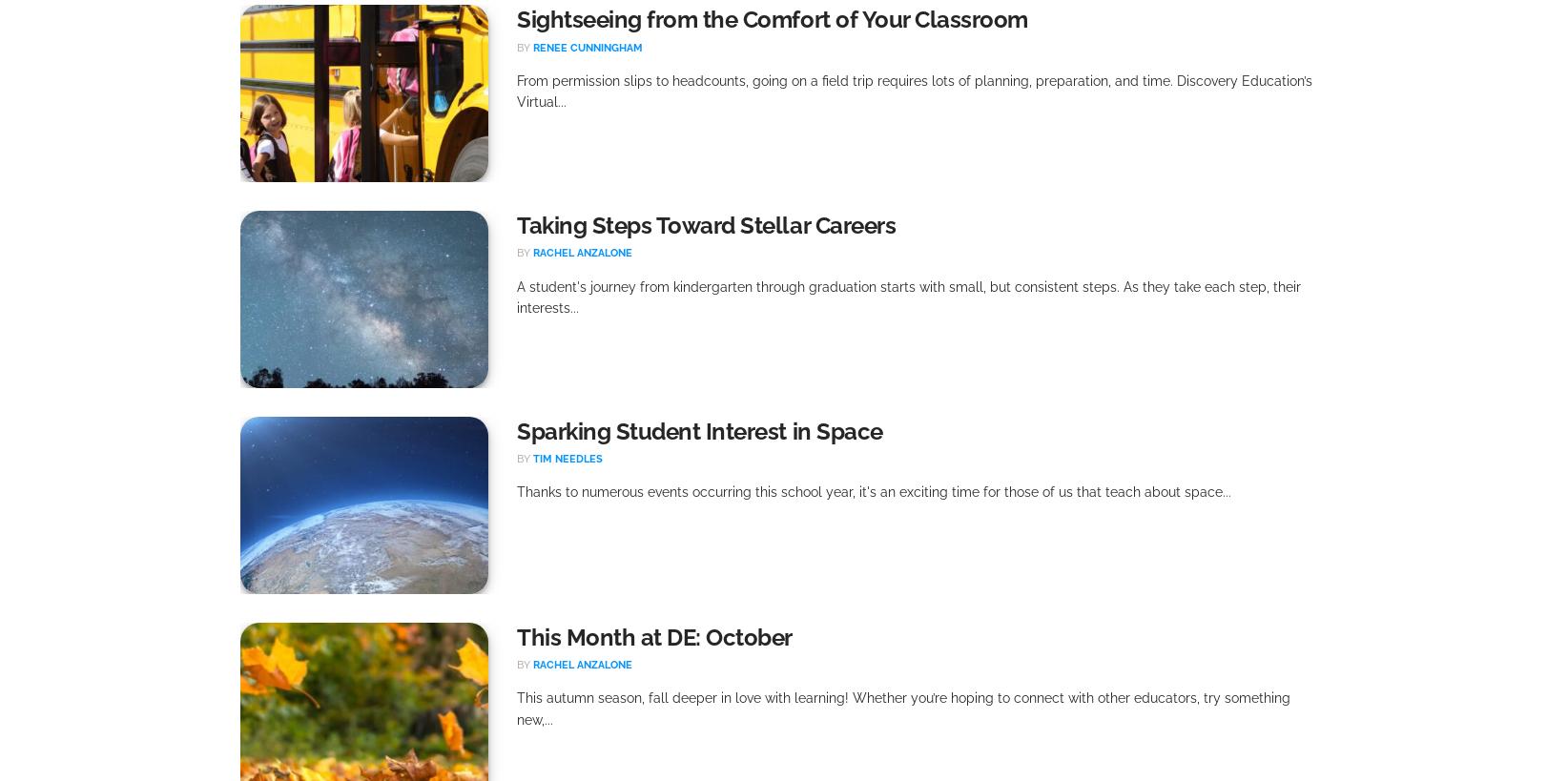 The width and height of the screenshot is (1568, 781). What do you see at coordinates (654, 637) in the screenshot?
I see `'This Month at DE: October'` at bounding box center [654, 637].